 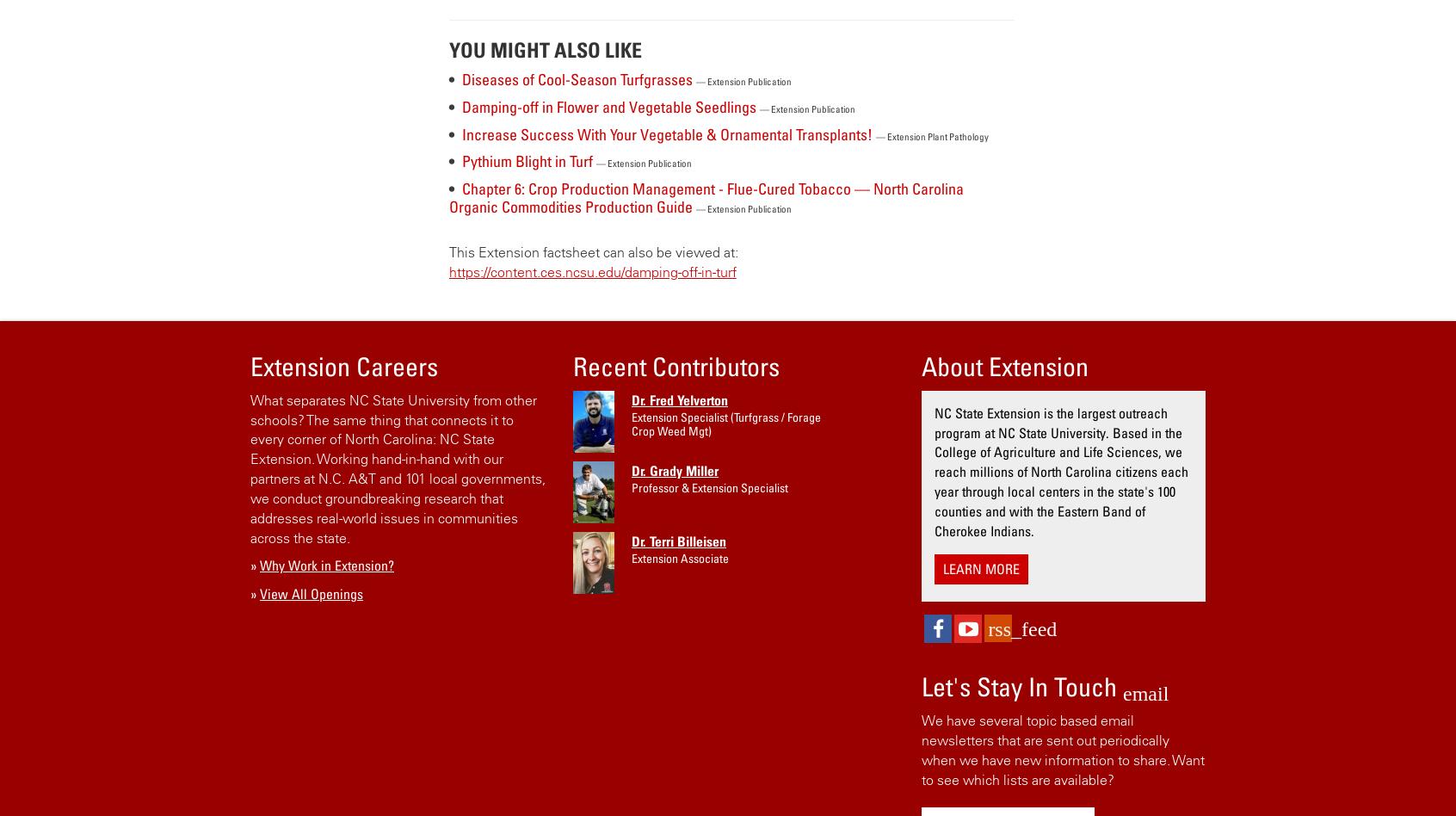 I want to click on 'Extension Specialist (Turfgrass / Forage Crop Weed Mgt)', so click(x=725, y=423).